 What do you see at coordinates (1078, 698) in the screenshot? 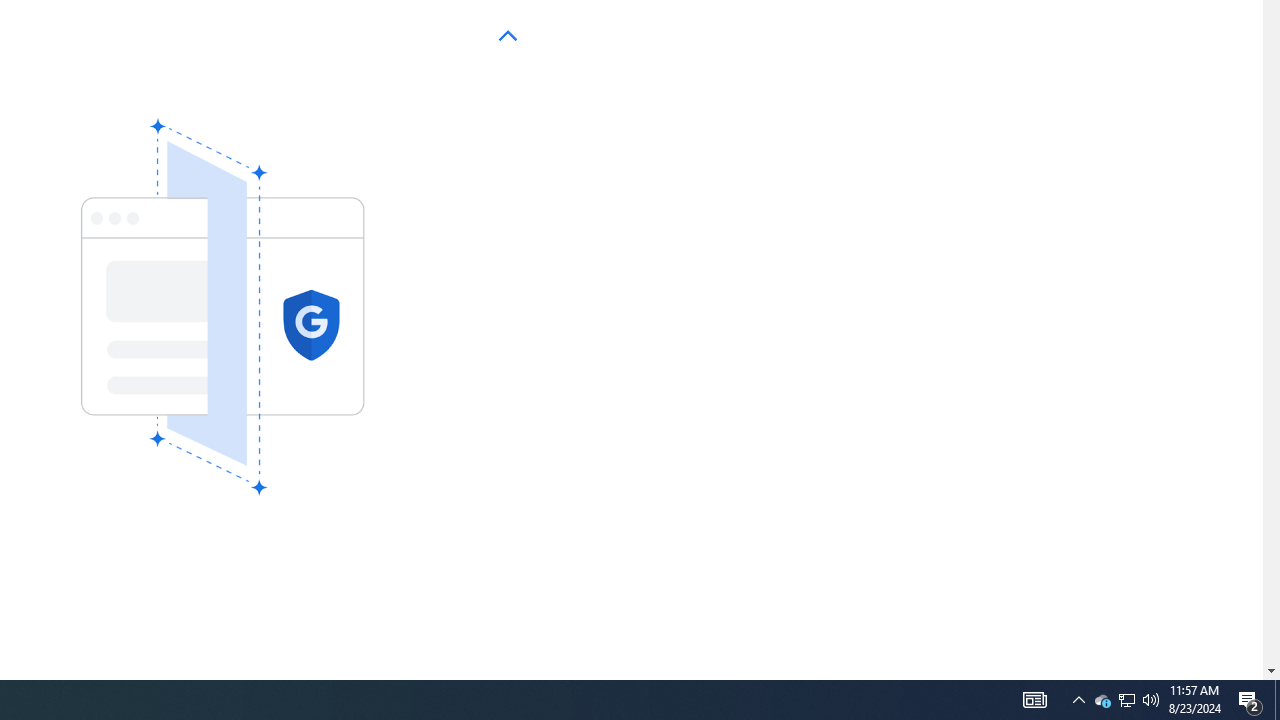
I see `'Notification Chevron'` at bounding box center [1078, 698].